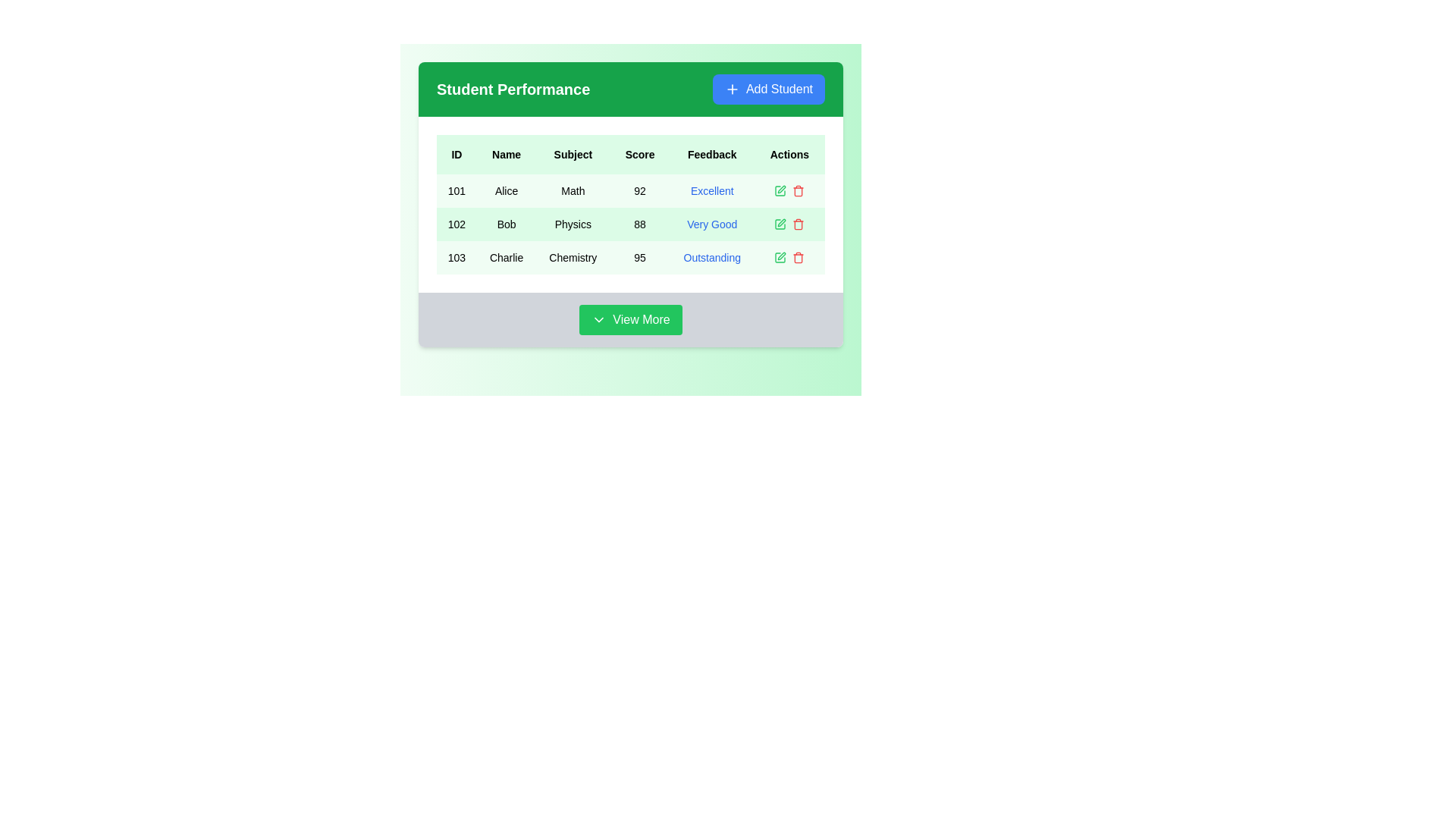  I want to click on the delete button located in the 'Actions' column of the first row for the student Alice, so click(798, 190).